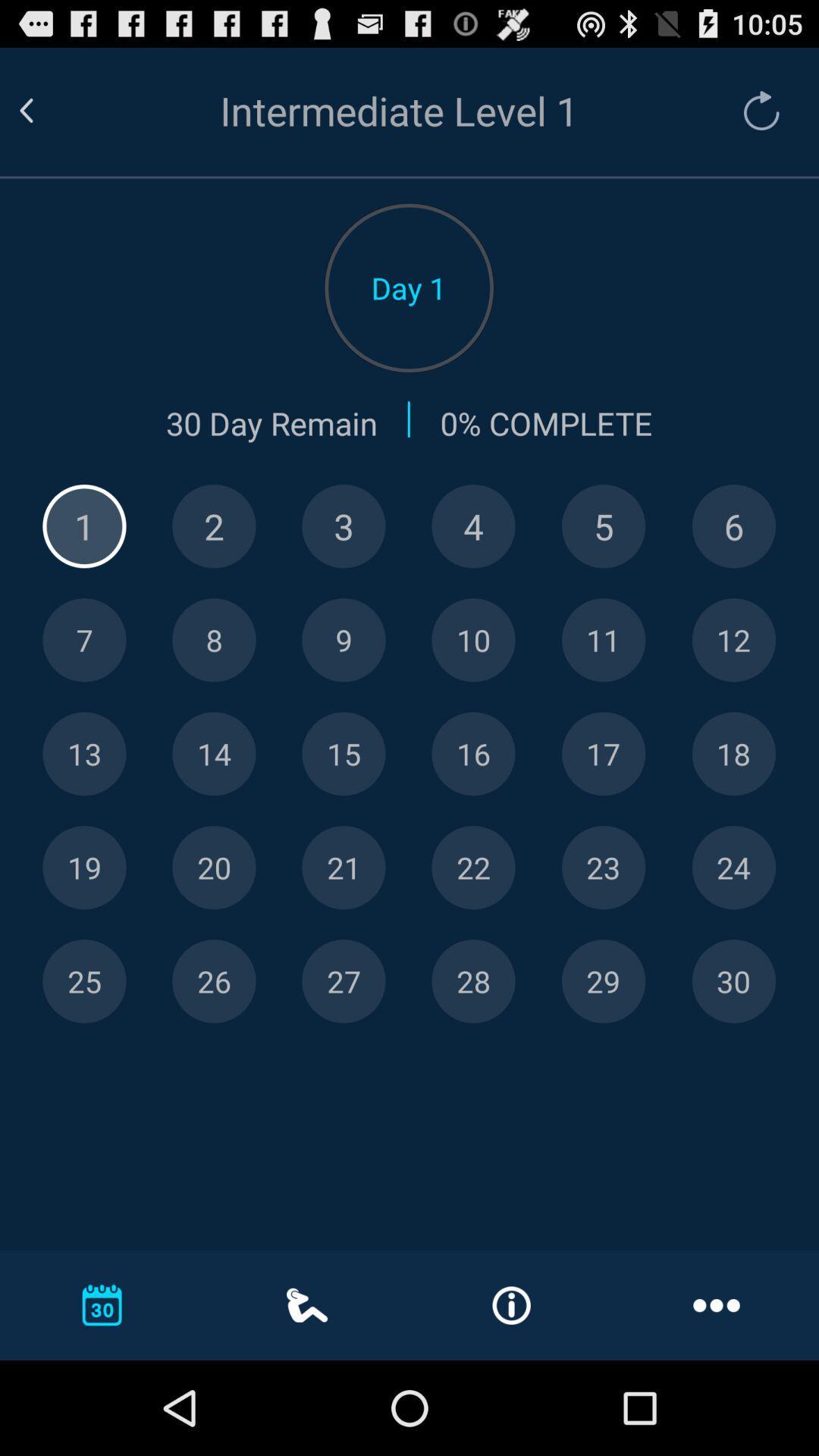  I want to click on date, so click(84, 981).